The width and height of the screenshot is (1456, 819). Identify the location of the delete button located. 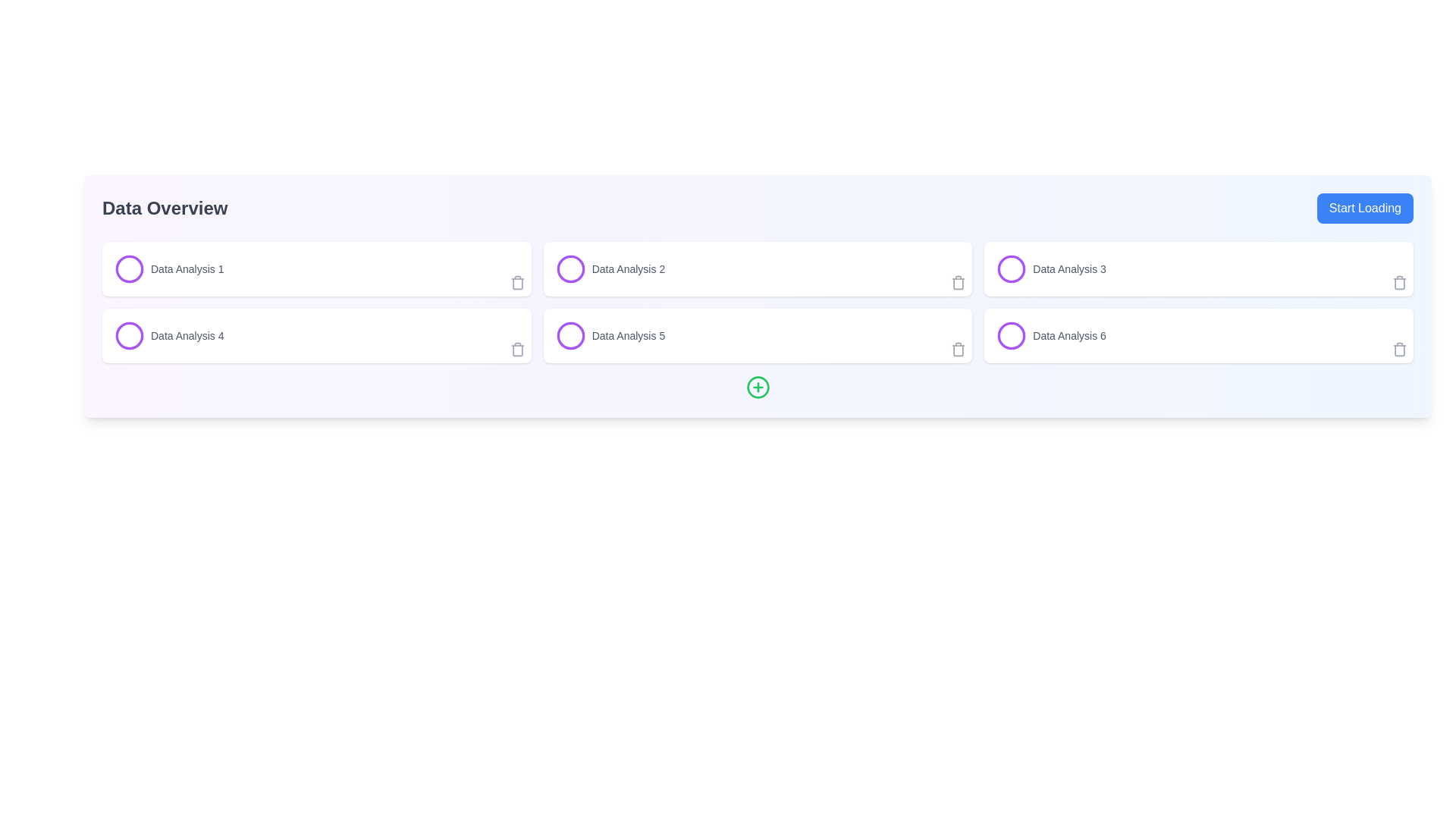
(517, 350).